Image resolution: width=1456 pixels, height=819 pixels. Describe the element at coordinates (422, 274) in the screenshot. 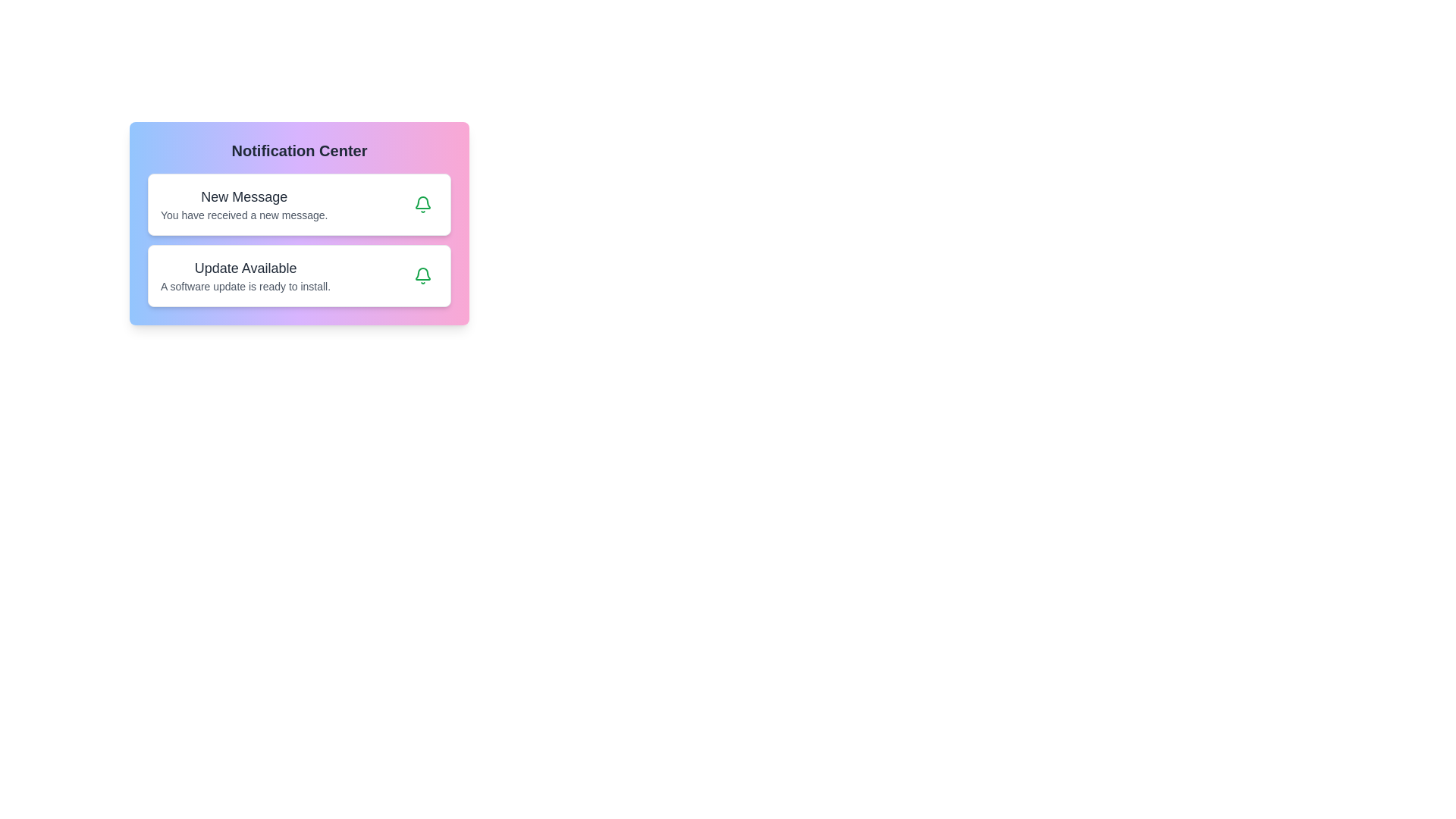

I see `the notification icon located at the upper right side of the first notification card, near the text 'New Message'` at that location.